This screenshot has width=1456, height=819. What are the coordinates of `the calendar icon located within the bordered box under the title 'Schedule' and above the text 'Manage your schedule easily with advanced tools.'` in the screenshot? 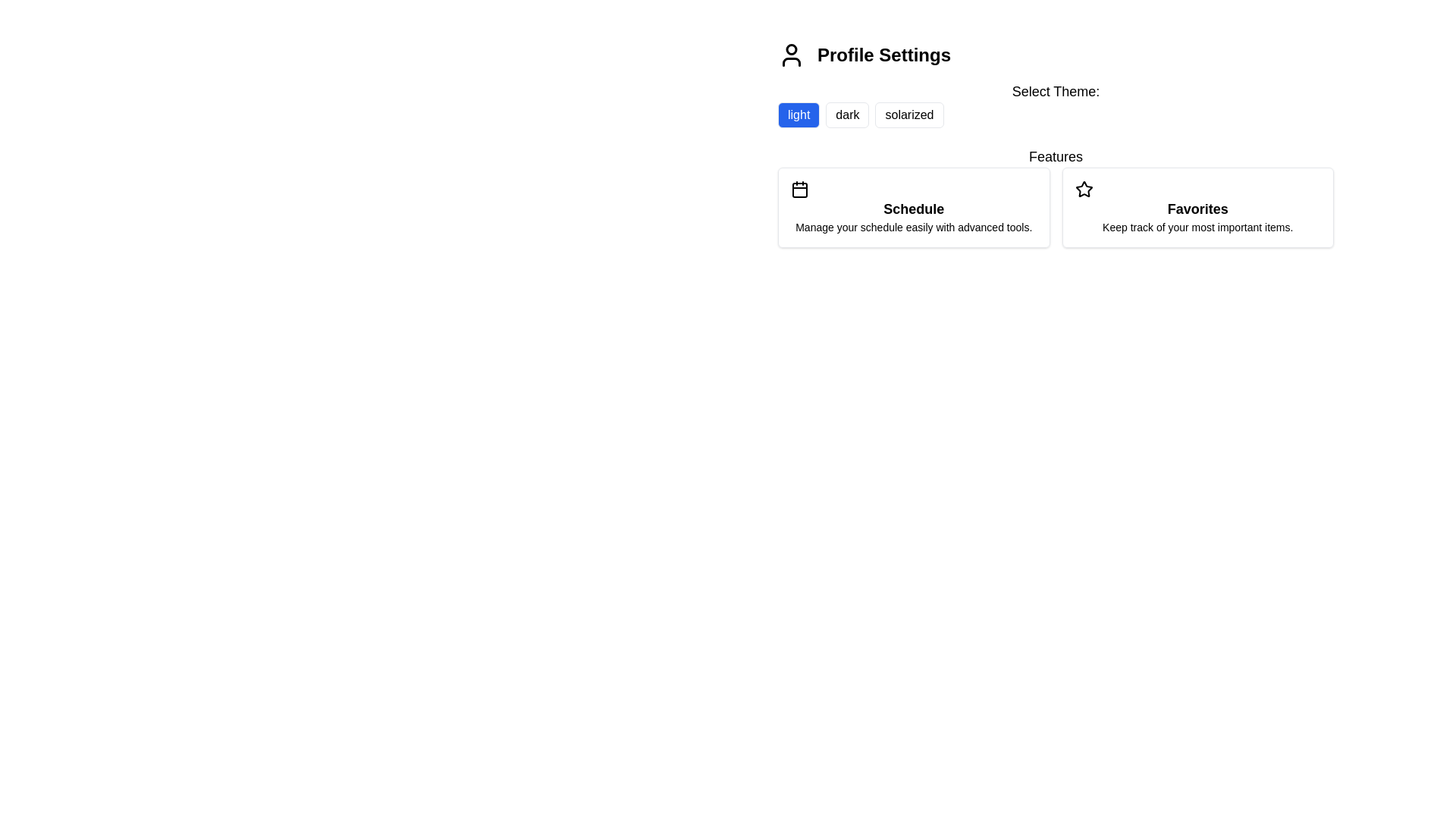 It's located at (799, 189).